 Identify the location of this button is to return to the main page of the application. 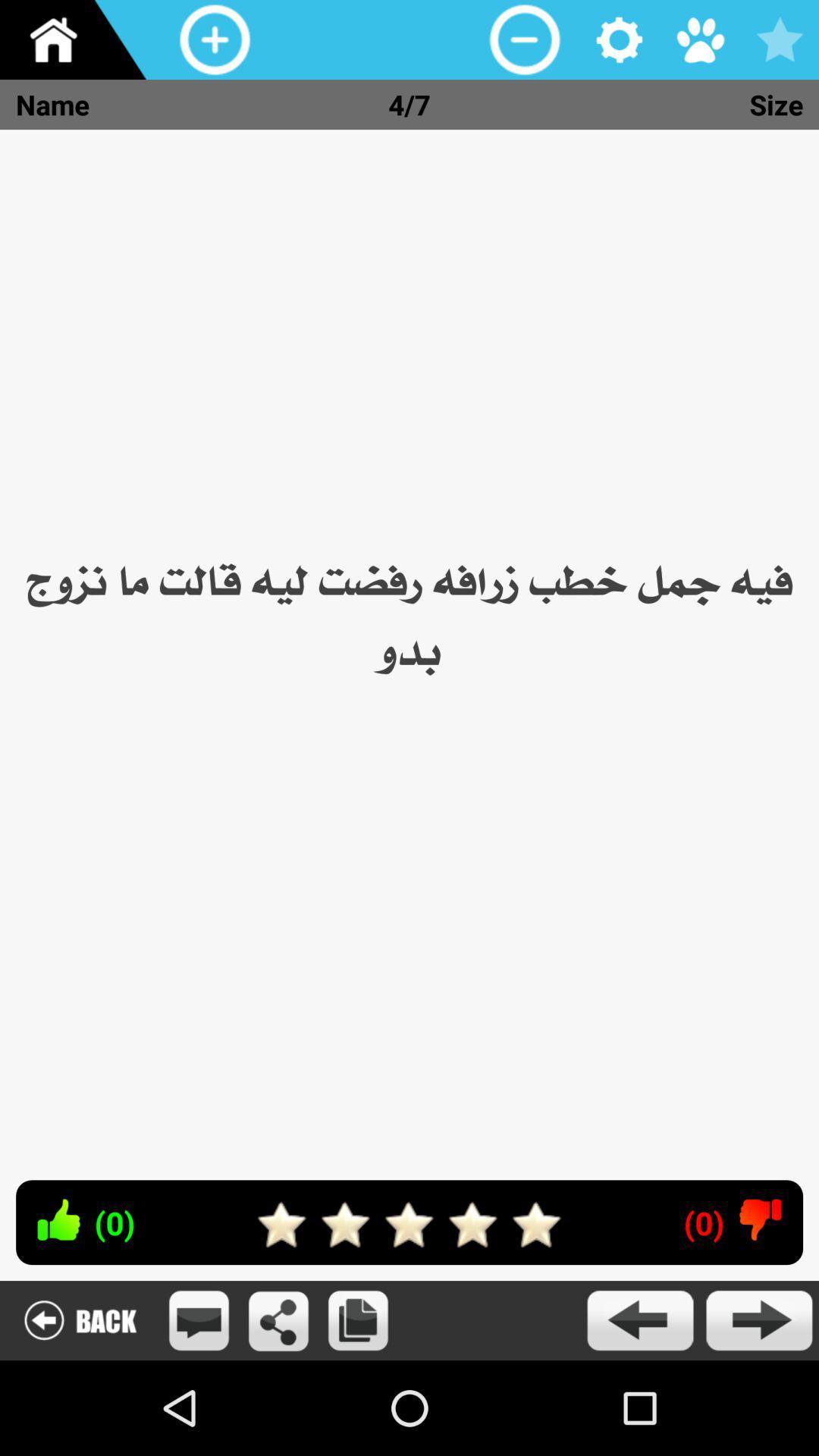
(79, 39).